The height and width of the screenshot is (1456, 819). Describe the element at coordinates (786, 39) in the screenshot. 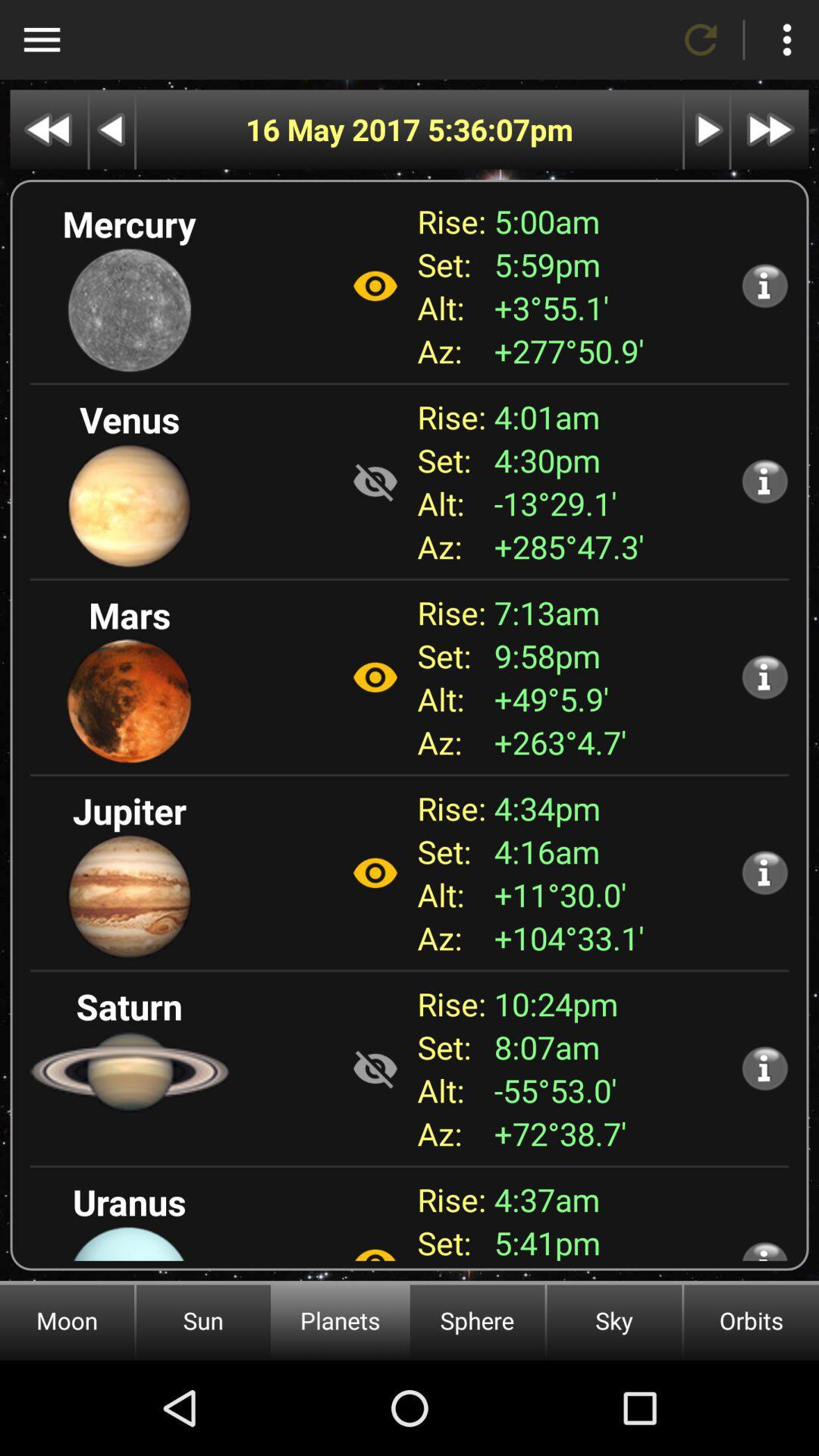

I see `list the menu option` at that location.